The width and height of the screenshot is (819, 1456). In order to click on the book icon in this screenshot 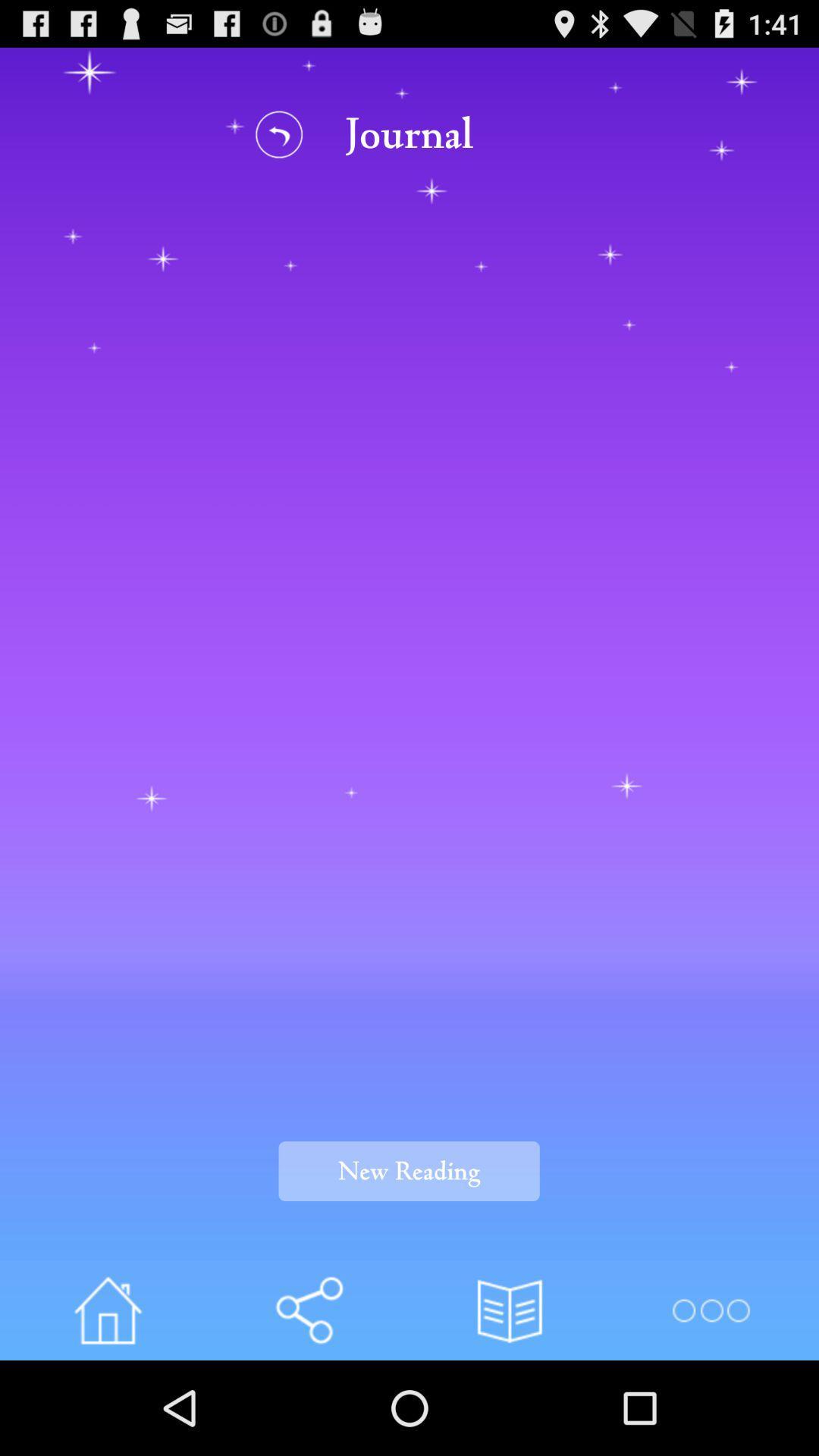, I will do `click(510, 1401)`.